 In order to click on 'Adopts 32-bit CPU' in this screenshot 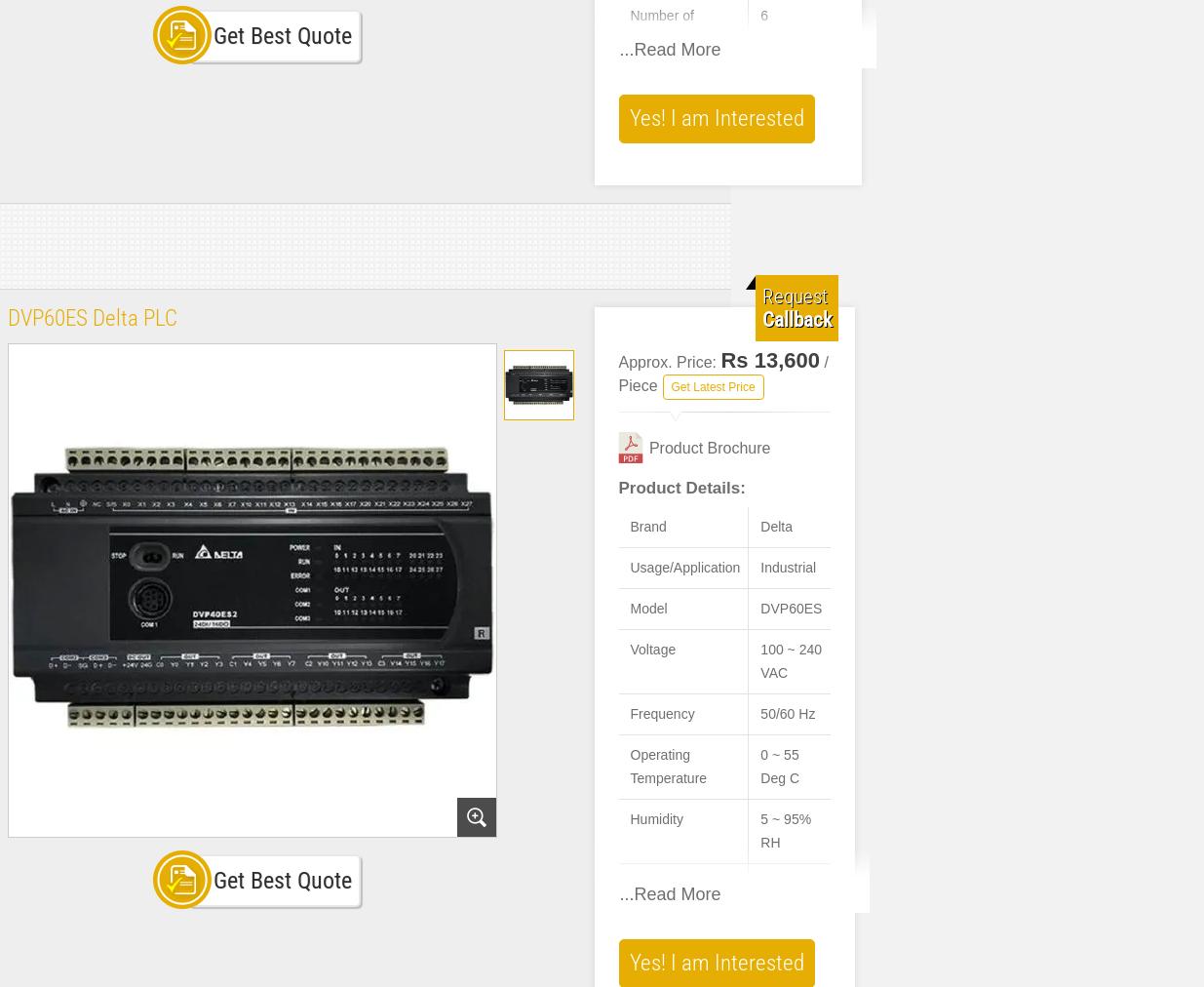, I will do `click(644, 920)`.